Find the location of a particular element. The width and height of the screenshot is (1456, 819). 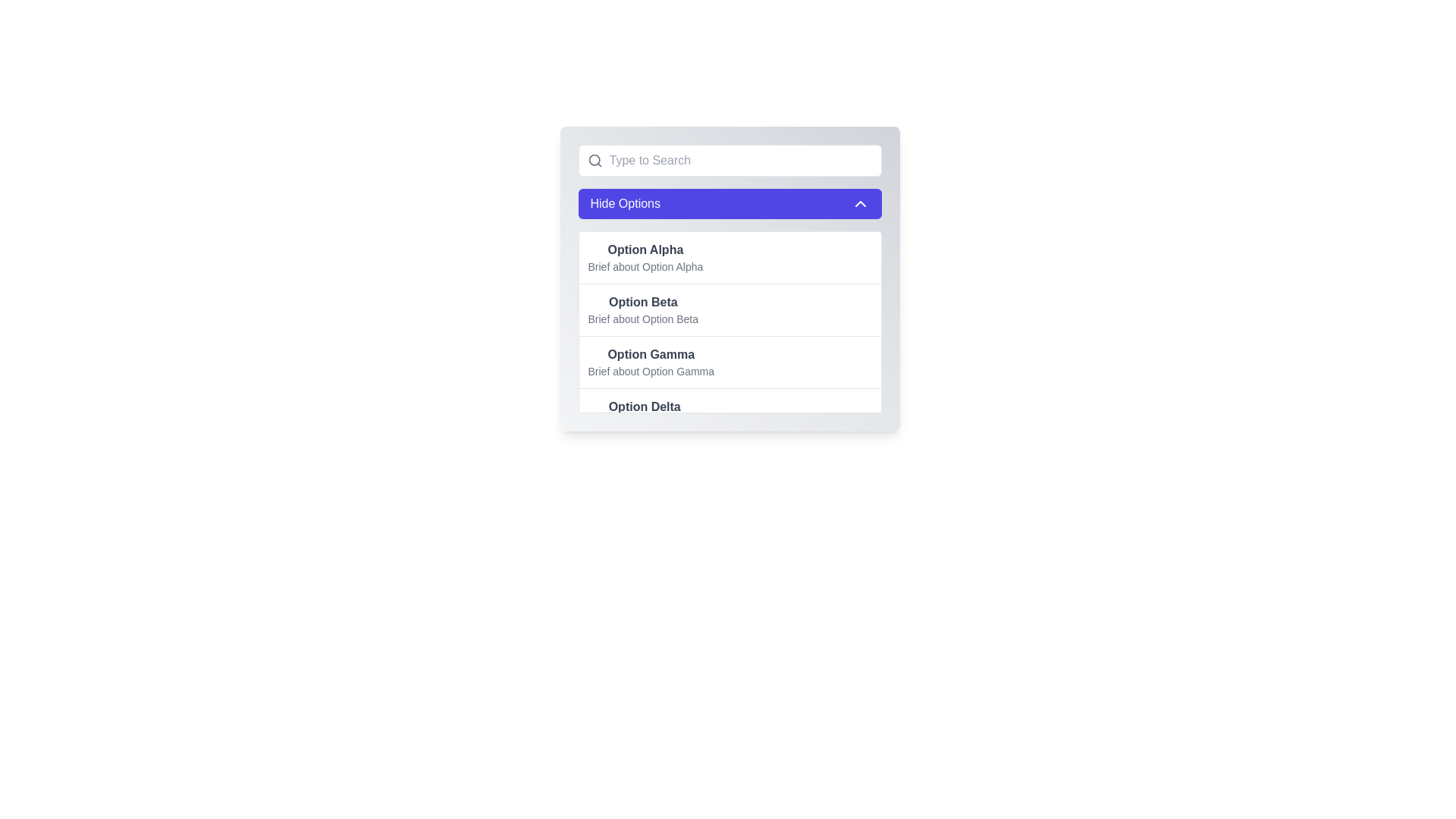

the informational Text Label that describes 'Option Alpha', located under the 'Hide Options' section is located at coordinates (645, 265).